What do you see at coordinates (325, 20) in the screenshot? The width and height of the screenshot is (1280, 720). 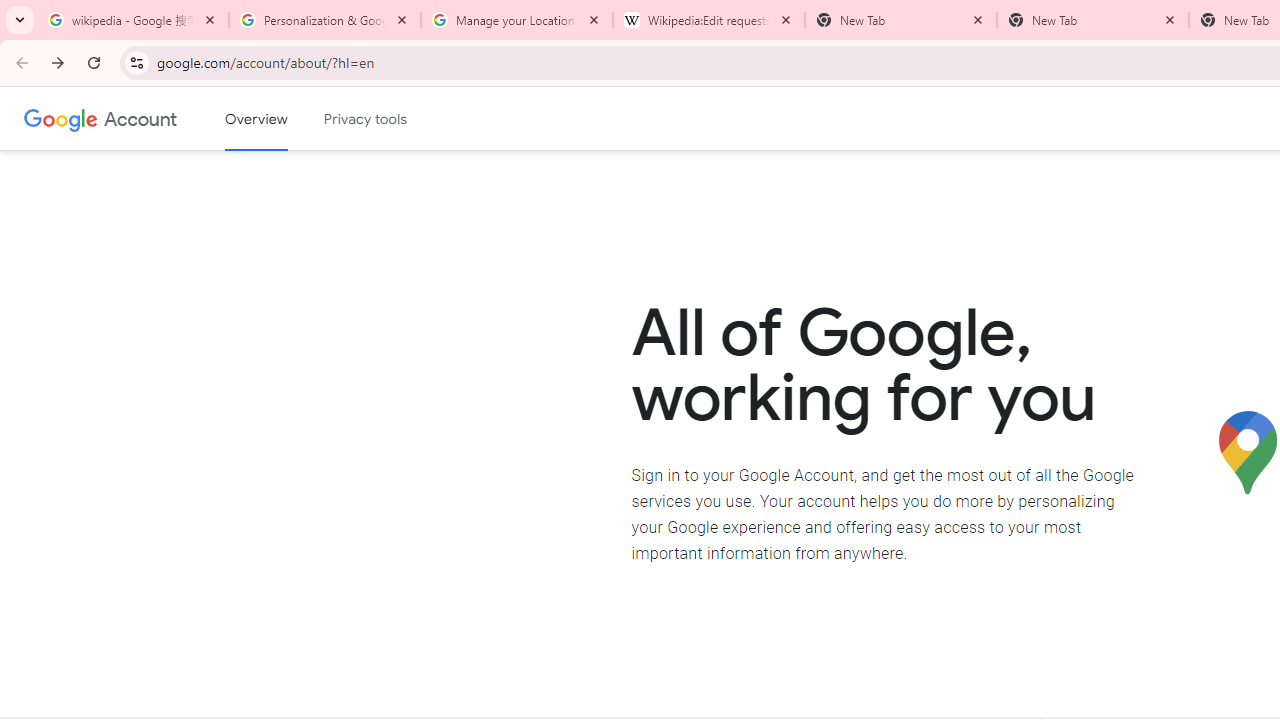 I see `'Personalization & Google Search results - Google Search Help'` at bounding box center [325, 20].